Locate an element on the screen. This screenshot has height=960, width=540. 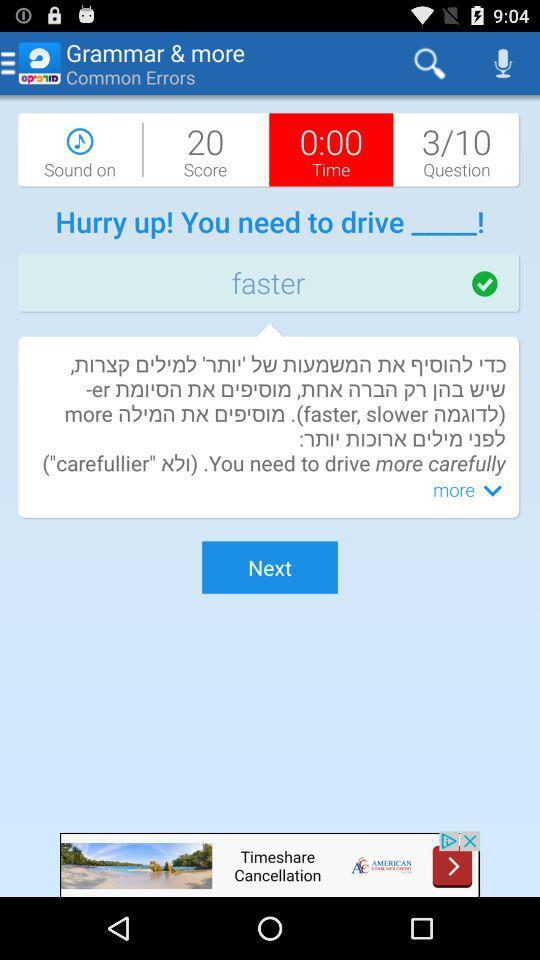
click on advertisement is located at coordinates (270, 863).